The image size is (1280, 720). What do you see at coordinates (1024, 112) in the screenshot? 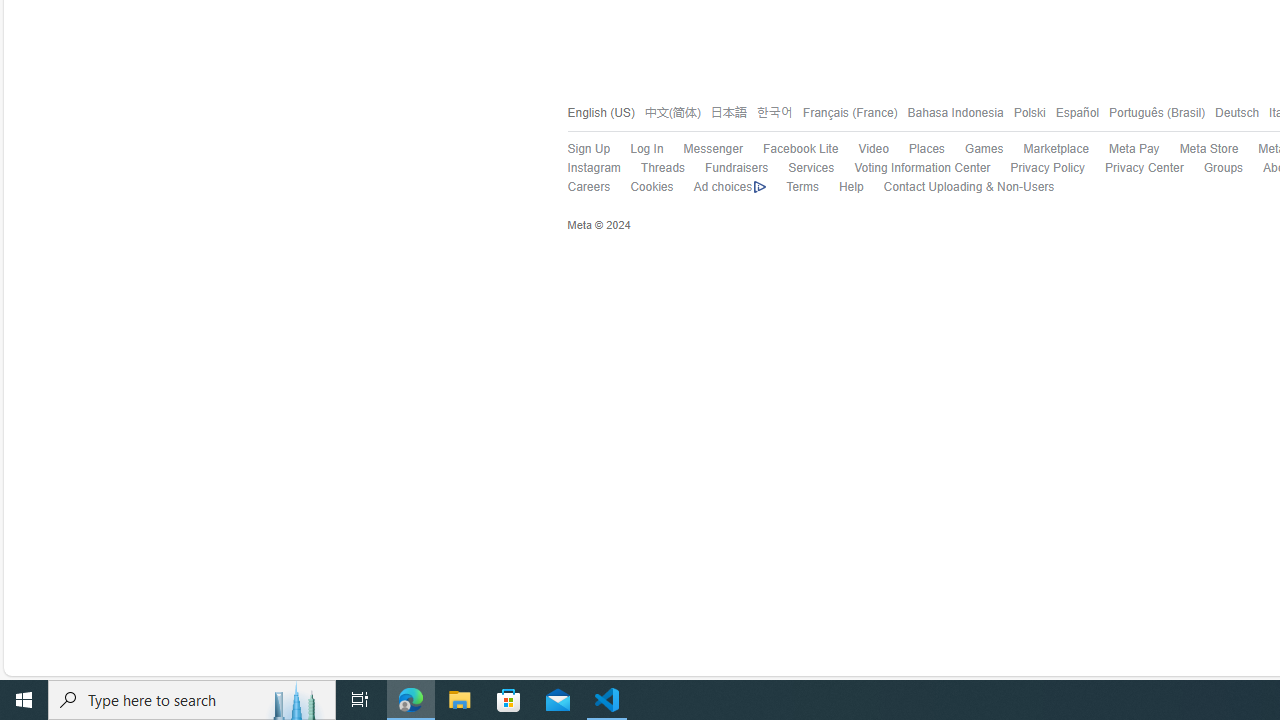
I see `'Polski'` at bounding box center [1024, 112].